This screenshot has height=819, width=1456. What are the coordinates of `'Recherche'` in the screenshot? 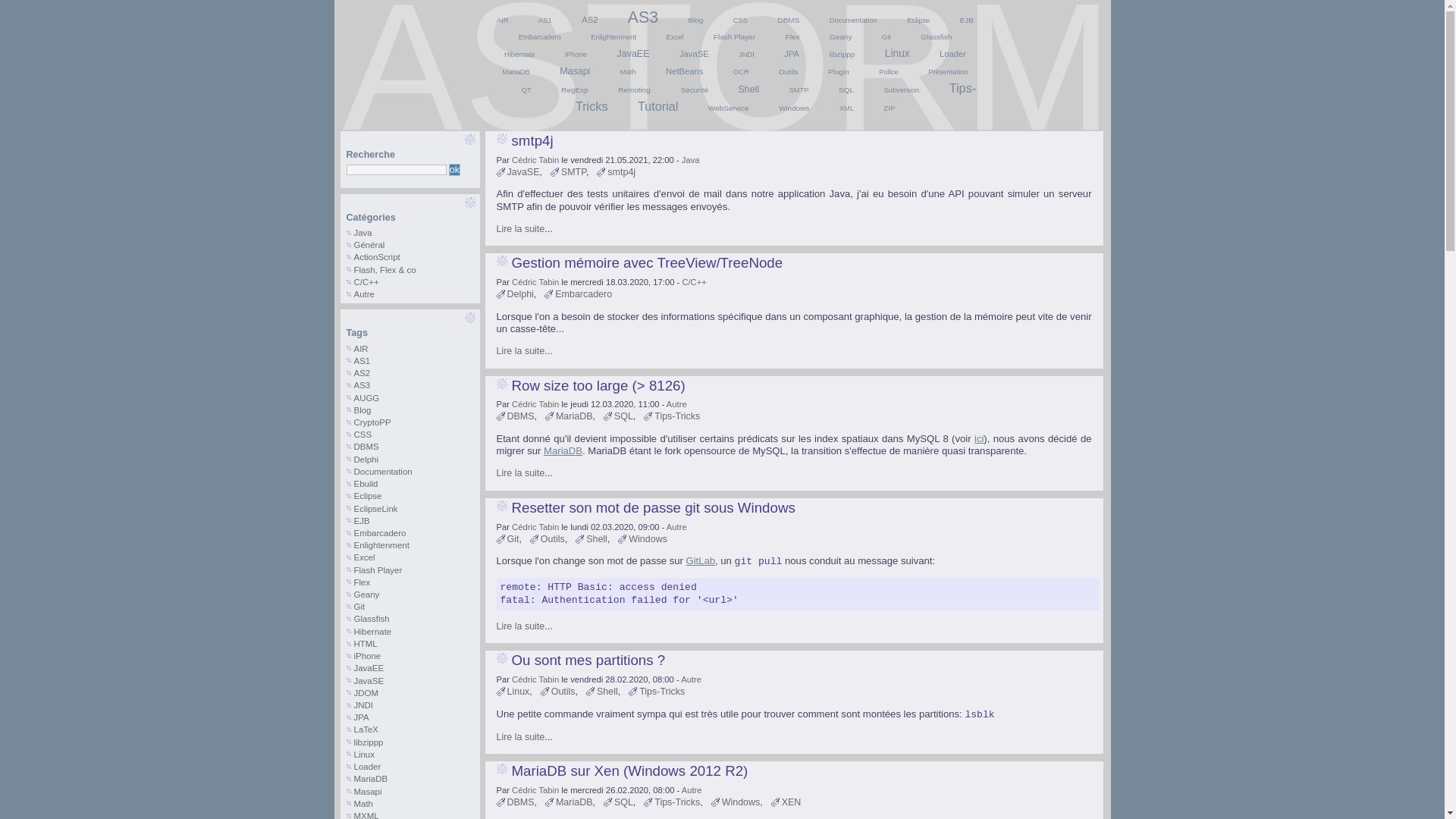 It's located at (453, 169).